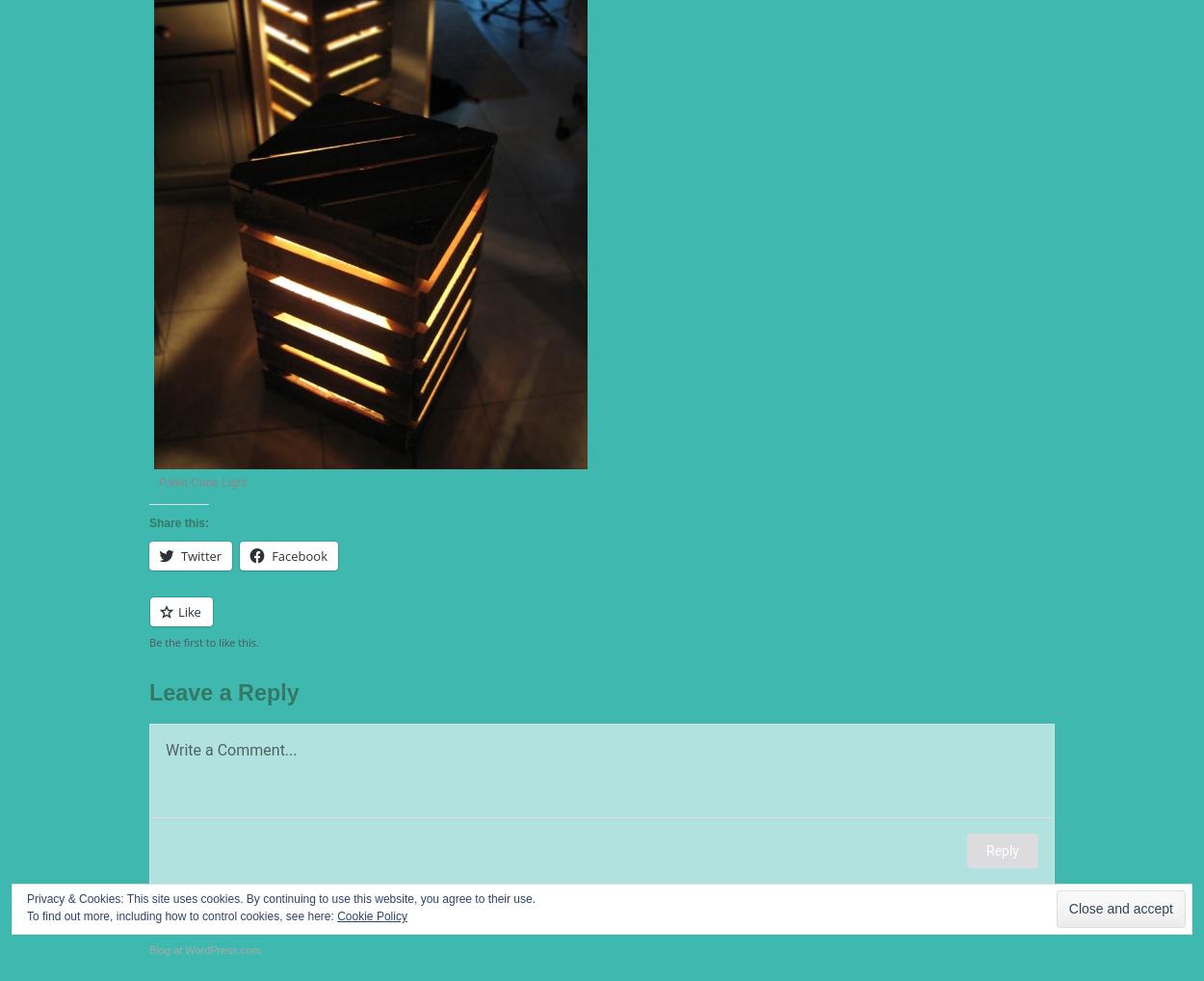  Describe the element at coordinates (205, 950) in the screenshot. I see `'Blog at WordPress.com.'` at that location.